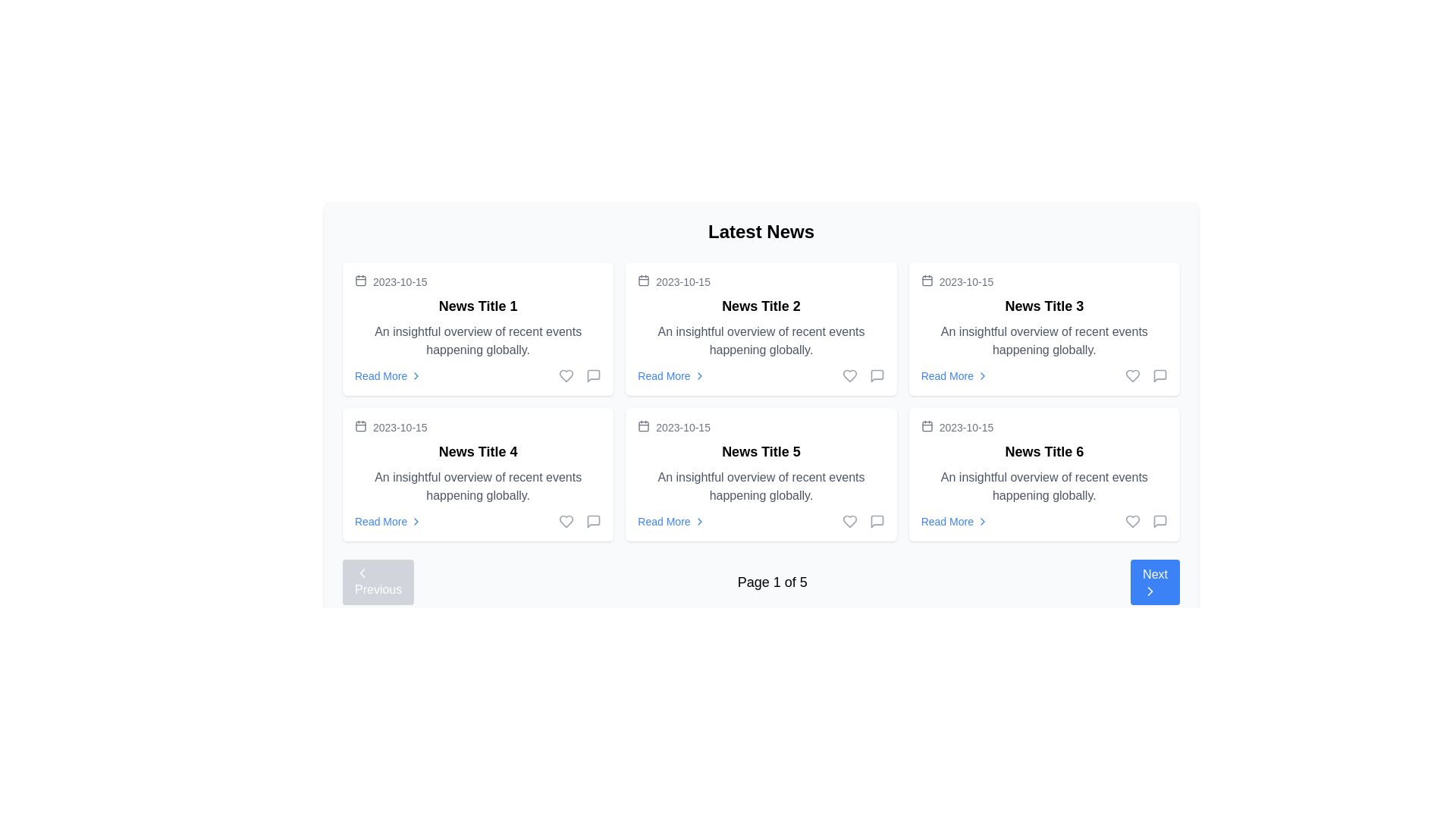  What do you see at coordinates (698, 375) in the screenshot?
I see `the chevron icon indicating the 'Read More' link, located in the top row, second column of the news items grid` at bounding box center [698, 375].